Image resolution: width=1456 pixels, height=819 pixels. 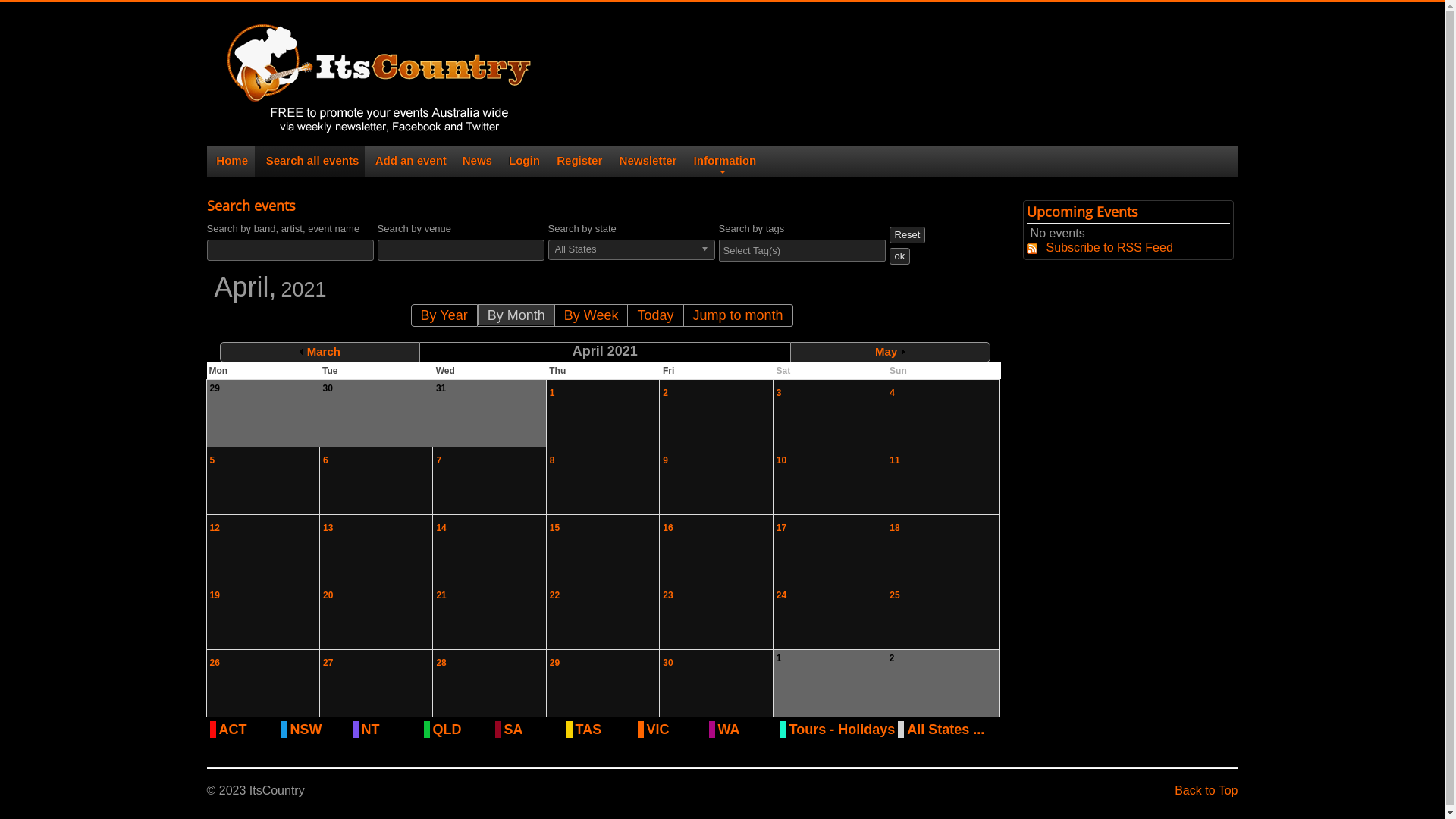 I want to click on '9', so click(x=662, y=459).